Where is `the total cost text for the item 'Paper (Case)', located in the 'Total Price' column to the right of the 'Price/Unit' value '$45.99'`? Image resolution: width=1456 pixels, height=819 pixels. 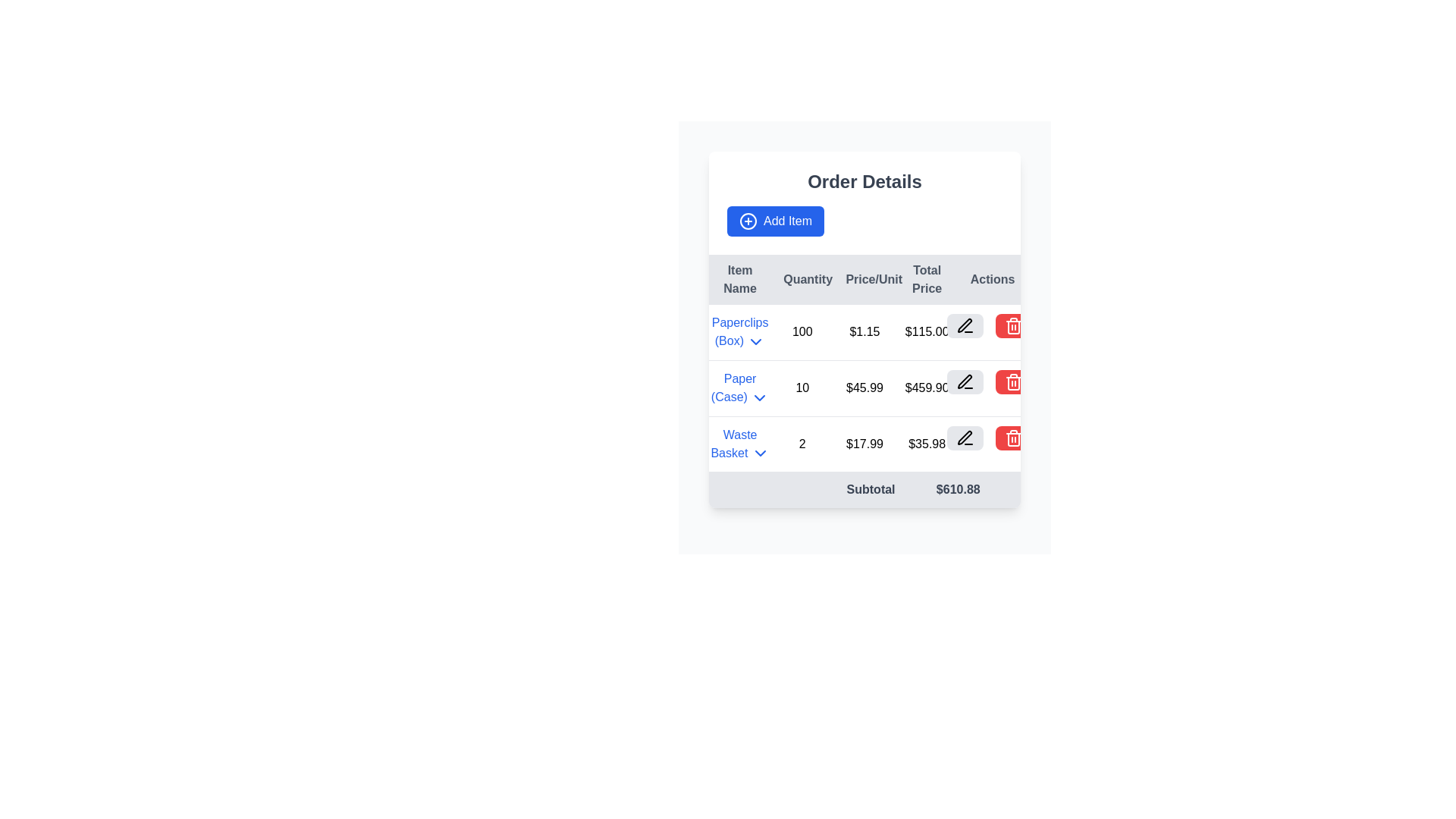
the total cost text for the item 'Paper (Case)', located in the 'Total Price' column to the right of the 'Price/Unit' value '$45.99' is located at coordinates (926, 388).